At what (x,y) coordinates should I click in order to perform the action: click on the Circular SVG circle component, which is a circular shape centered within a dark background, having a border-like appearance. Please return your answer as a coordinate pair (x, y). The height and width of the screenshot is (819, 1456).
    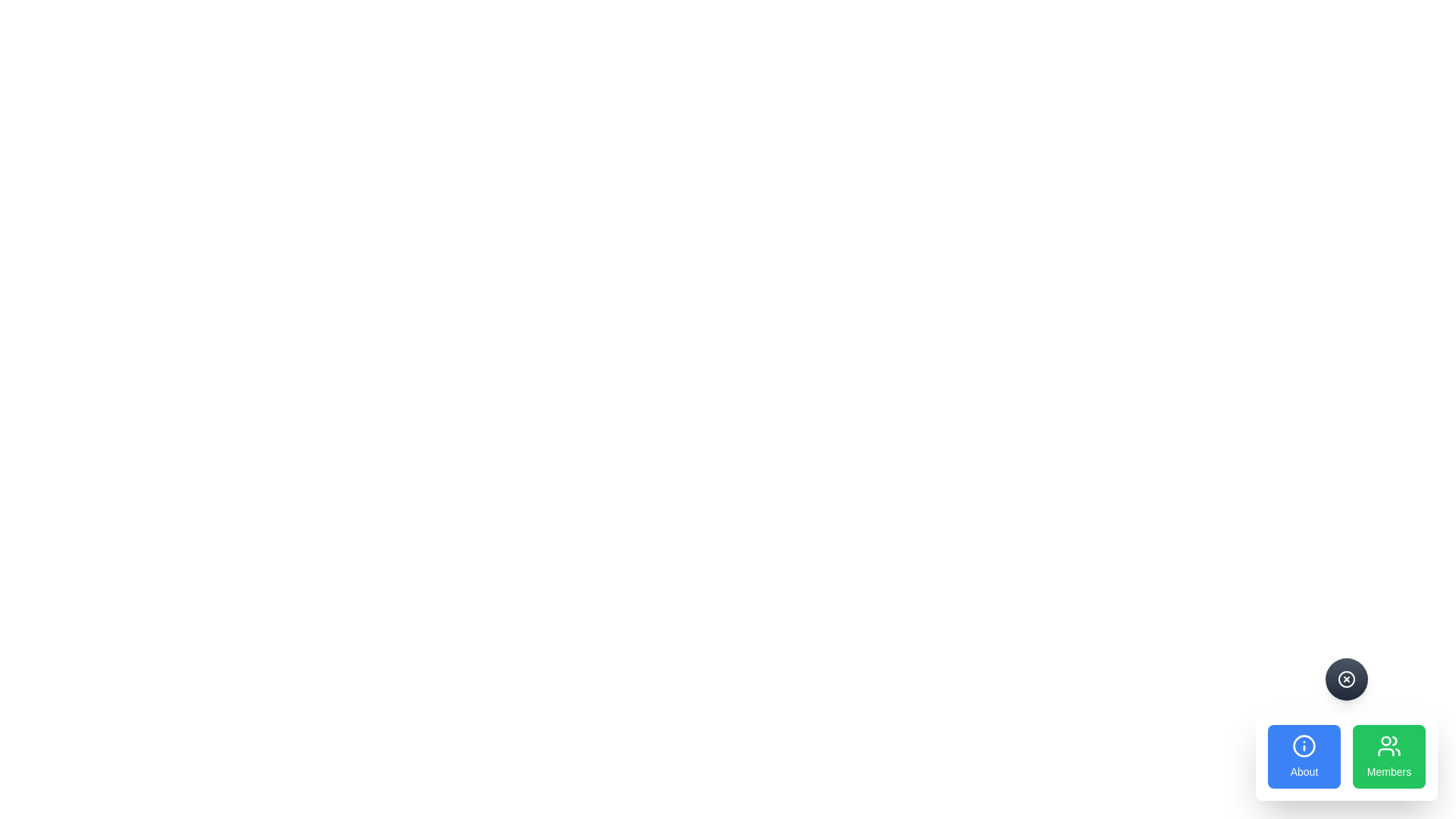
    Looking at the image, I should click on (1347, 678).